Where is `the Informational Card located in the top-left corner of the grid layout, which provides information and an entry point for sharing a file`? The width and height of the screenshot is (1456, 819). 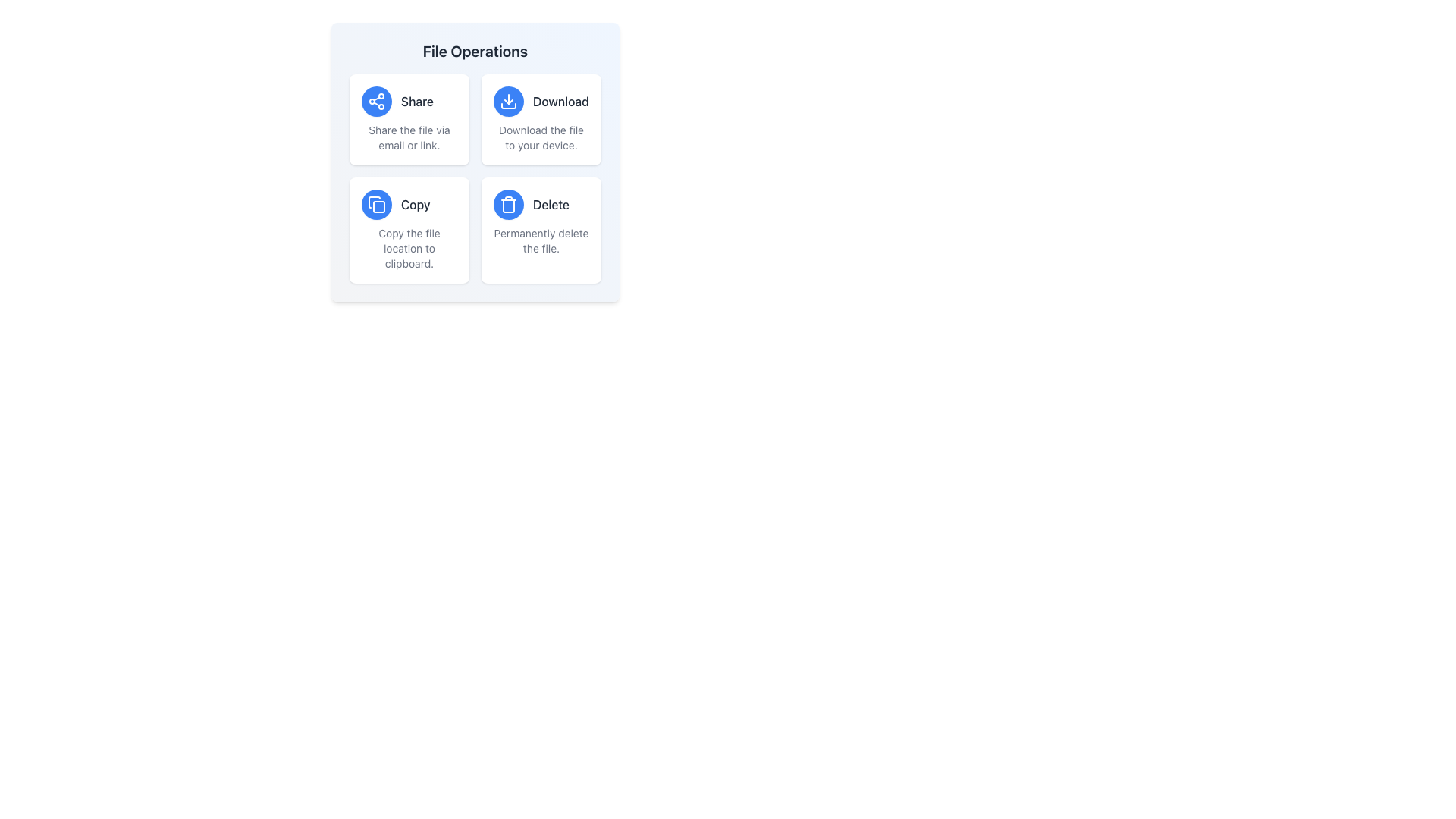 the Informational Card located in the top-left corner of the grid layout, which provides information and an entry point for sharing a file is located at coordinates (409, 119).